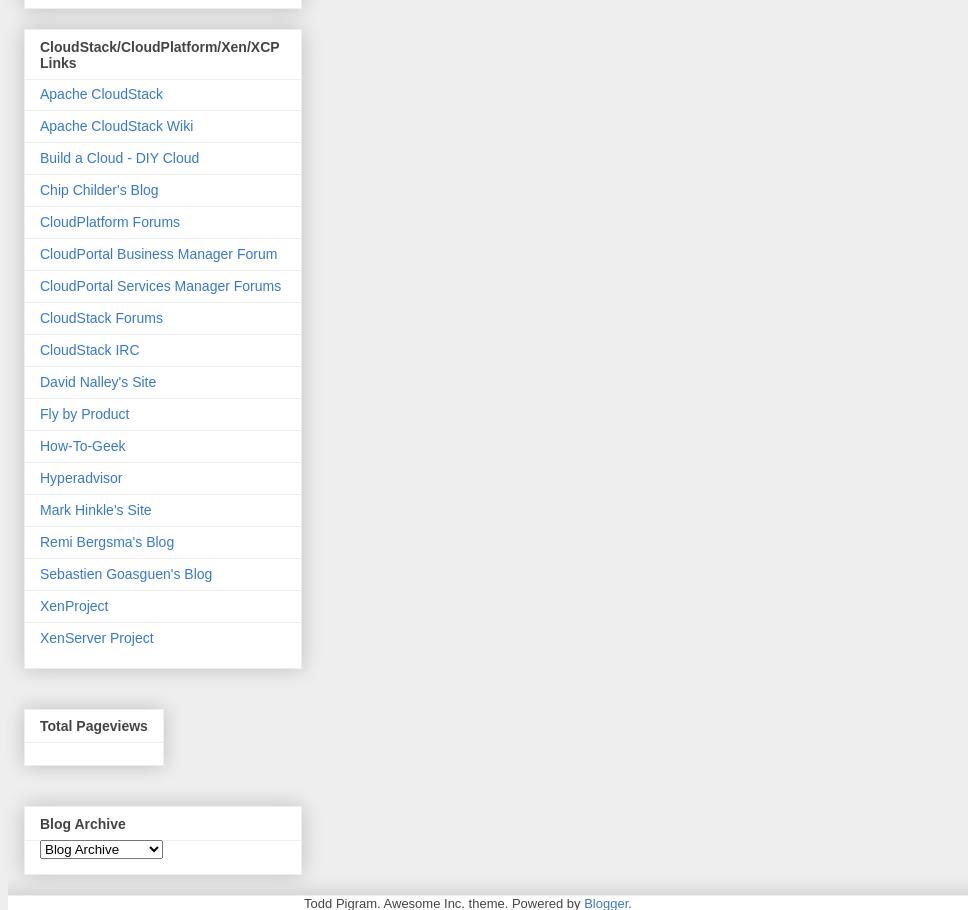  I want to click on 'CloudStack/CloudPlatform/Xen/XCP Links', so click(158, 53).